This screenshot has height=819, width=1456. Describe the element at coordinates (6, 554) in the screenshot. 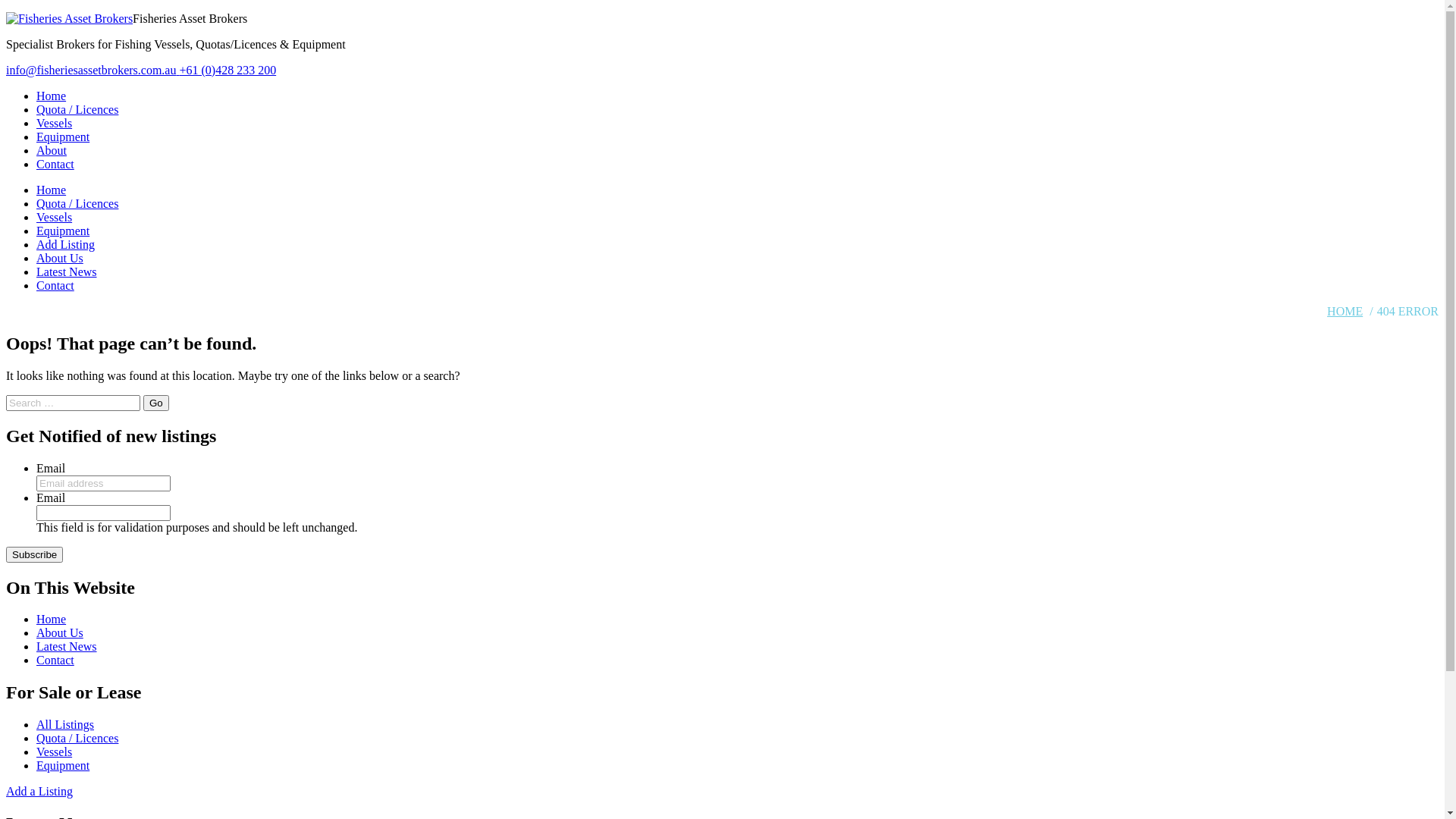

I see `'Subscribe'` at that location.